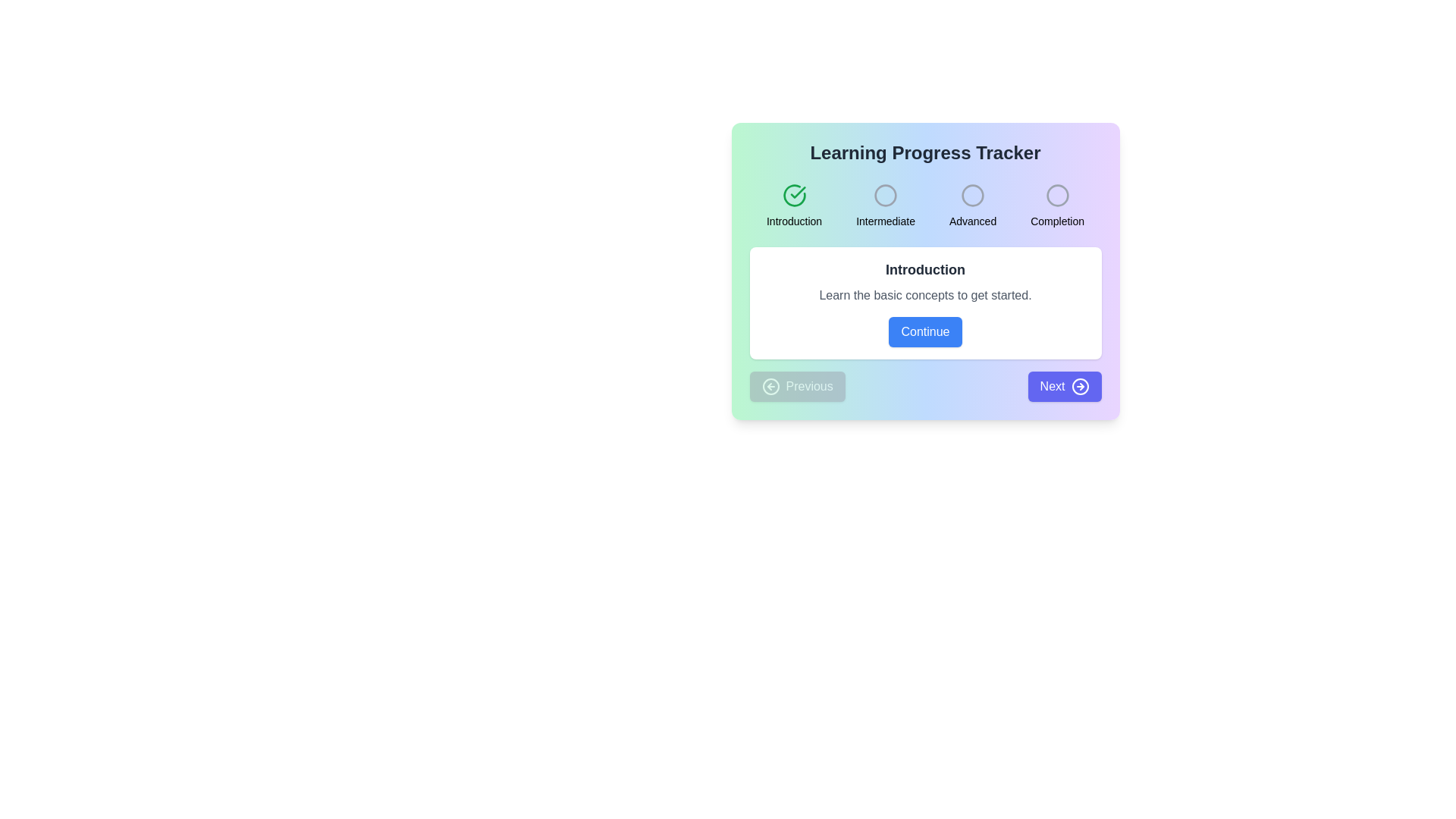  Describe the element at coordinates (924, 303) in the screenshot. I see `the 'Continue' button in the introductory section of the learning progress tracker to proceed to the next stage` at that location.